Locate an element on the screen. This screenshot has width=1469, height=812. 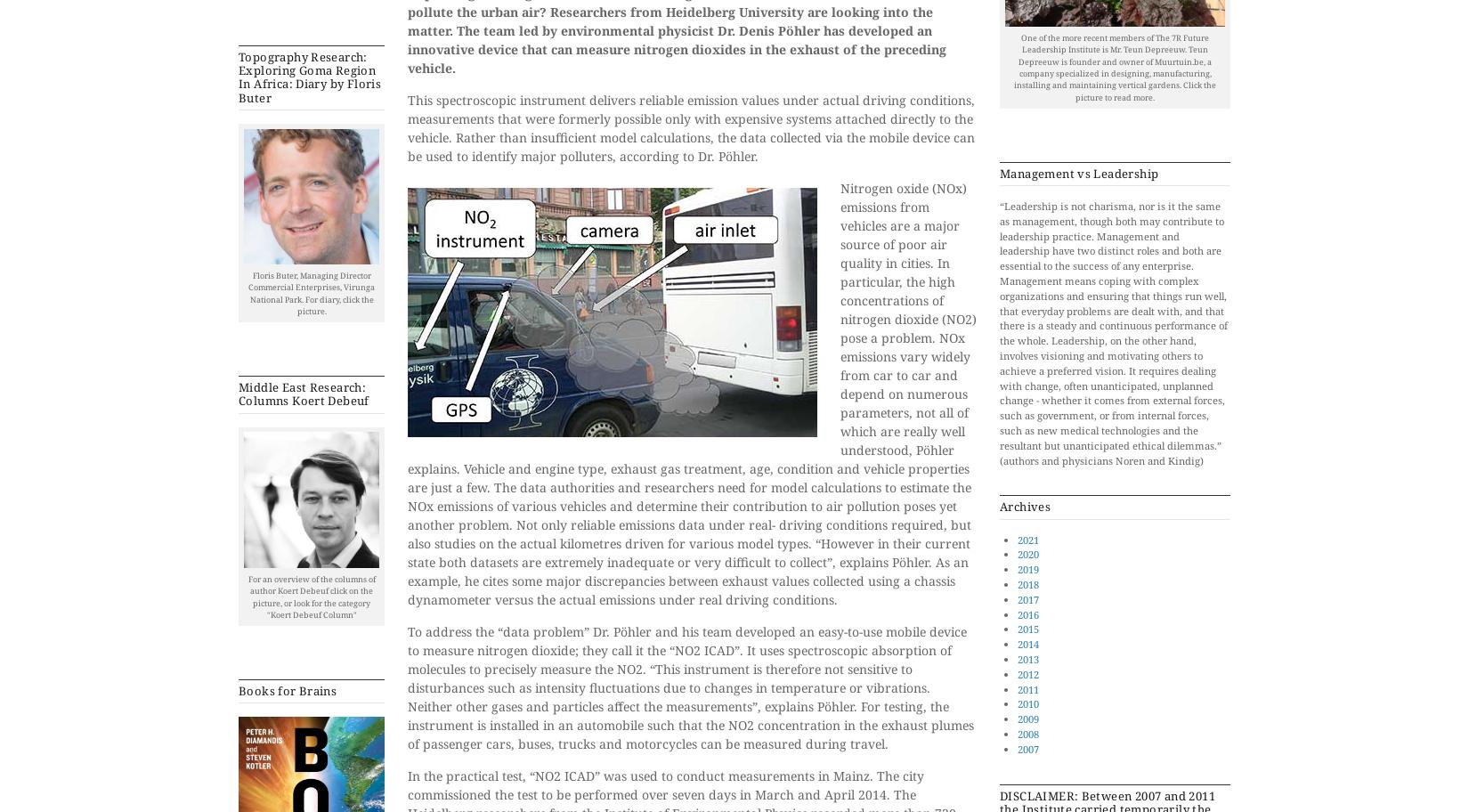
'2014' is located at coordinates (1016, 643).